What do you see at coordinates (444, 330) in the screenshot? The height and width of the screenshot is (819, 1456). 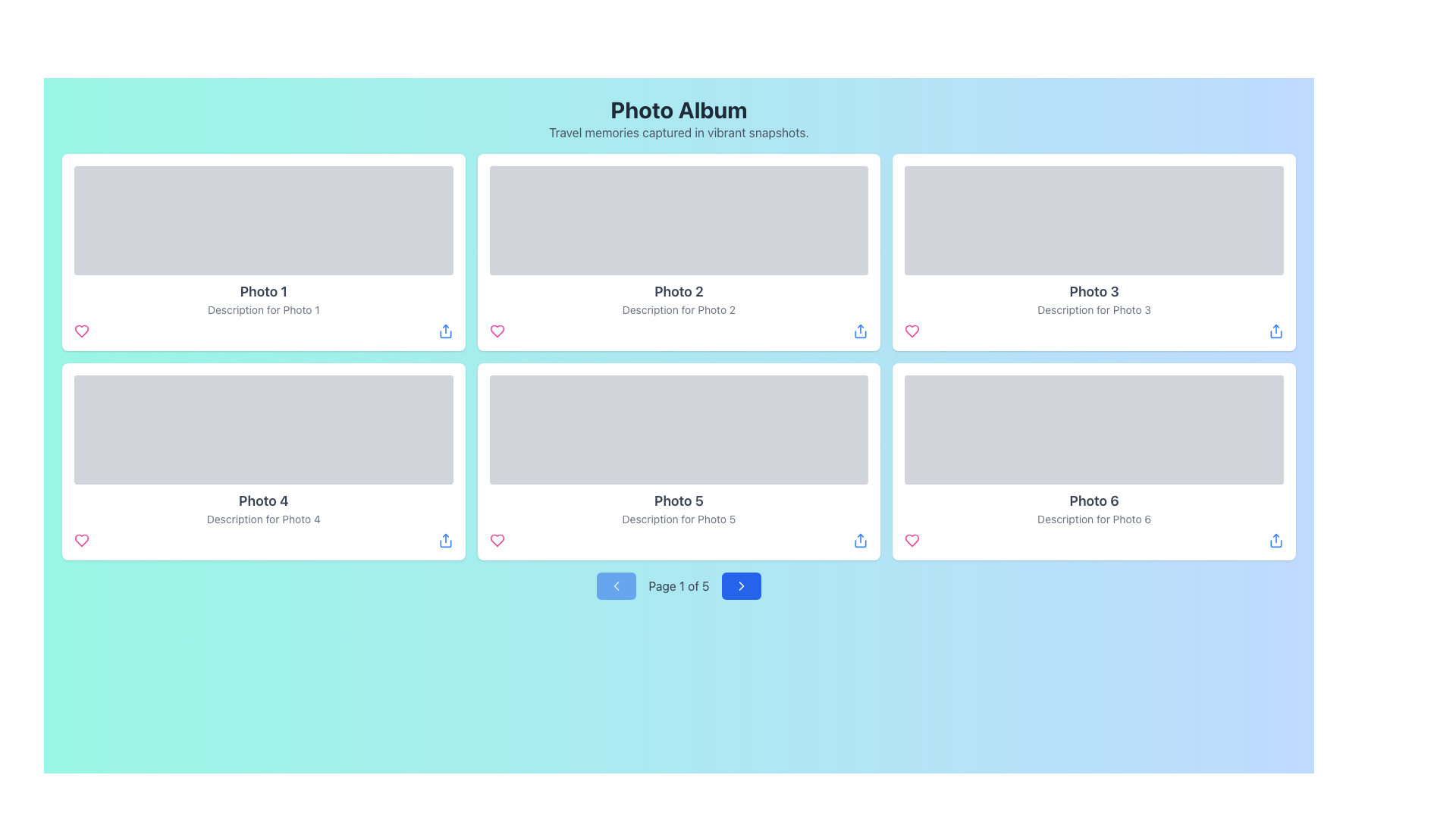 I see `the blue share icon located at the bottom-right corner of the image card labeled 'Photo 1'` at bounding box center [444, 330].